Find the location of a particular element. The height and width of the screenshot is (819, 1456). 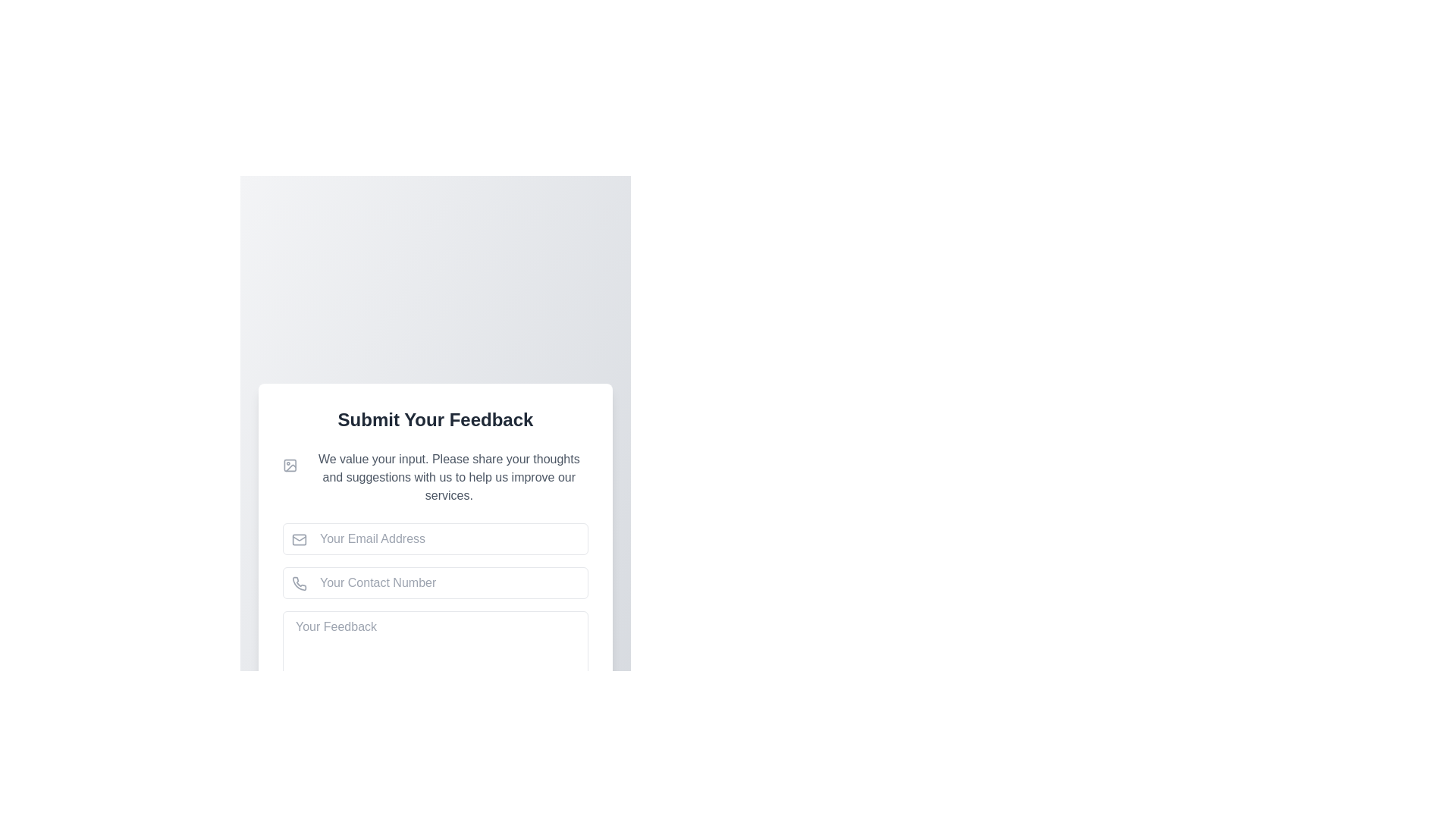

the decorative phone icon located on the left side of the 'Your Contact Number' input field, which is positioned between the 'Your Email Address' field and the 'Your Feedback' field is located at coordinates (299, 582).